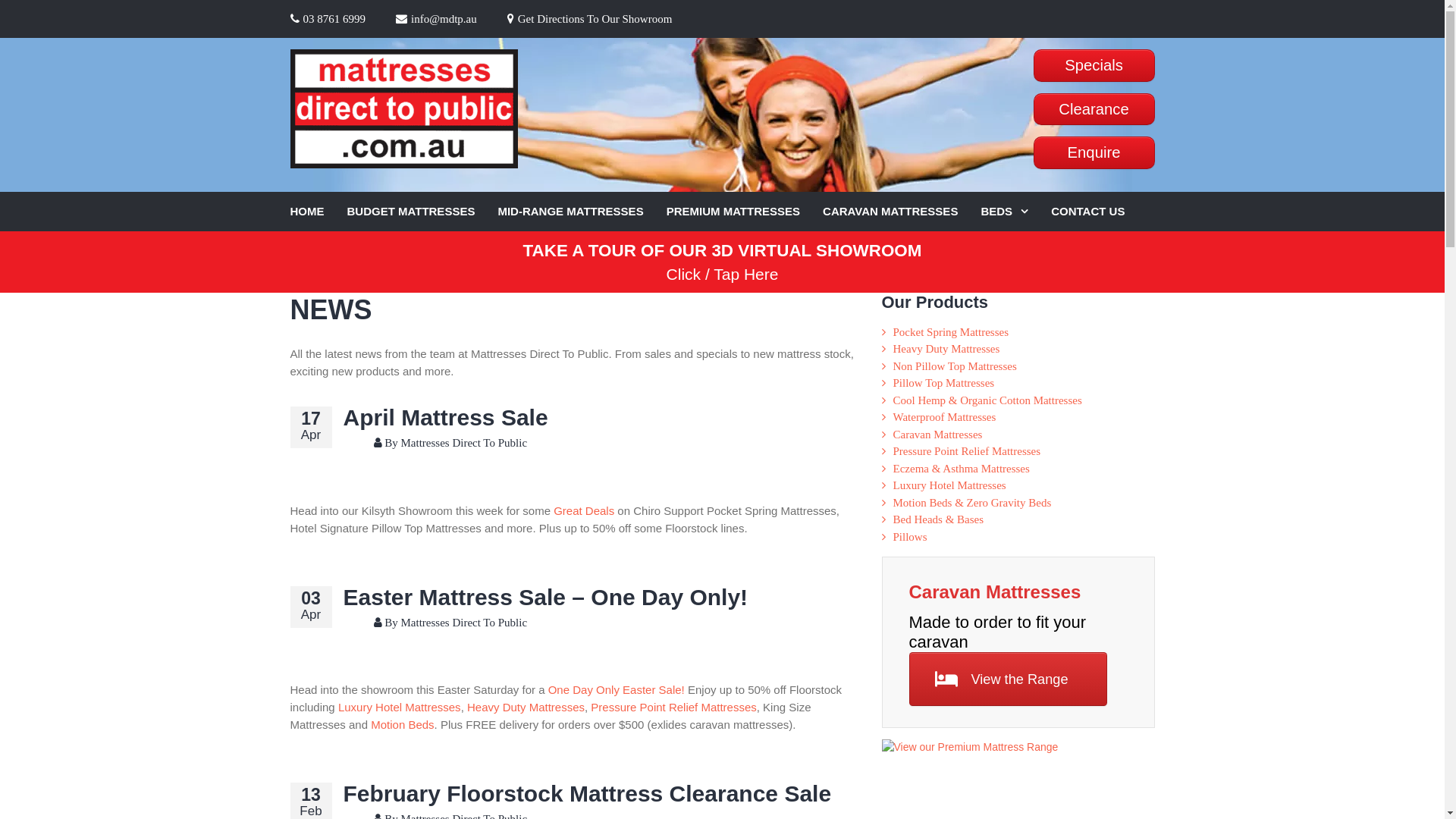 Image resolution: width=1456 pixels, height=819 pixels. What do you see at coordinates (954, 366) in the screenshot?
I see `'Non Pillow Top Mattresses'` at bounding box center [954, 366].